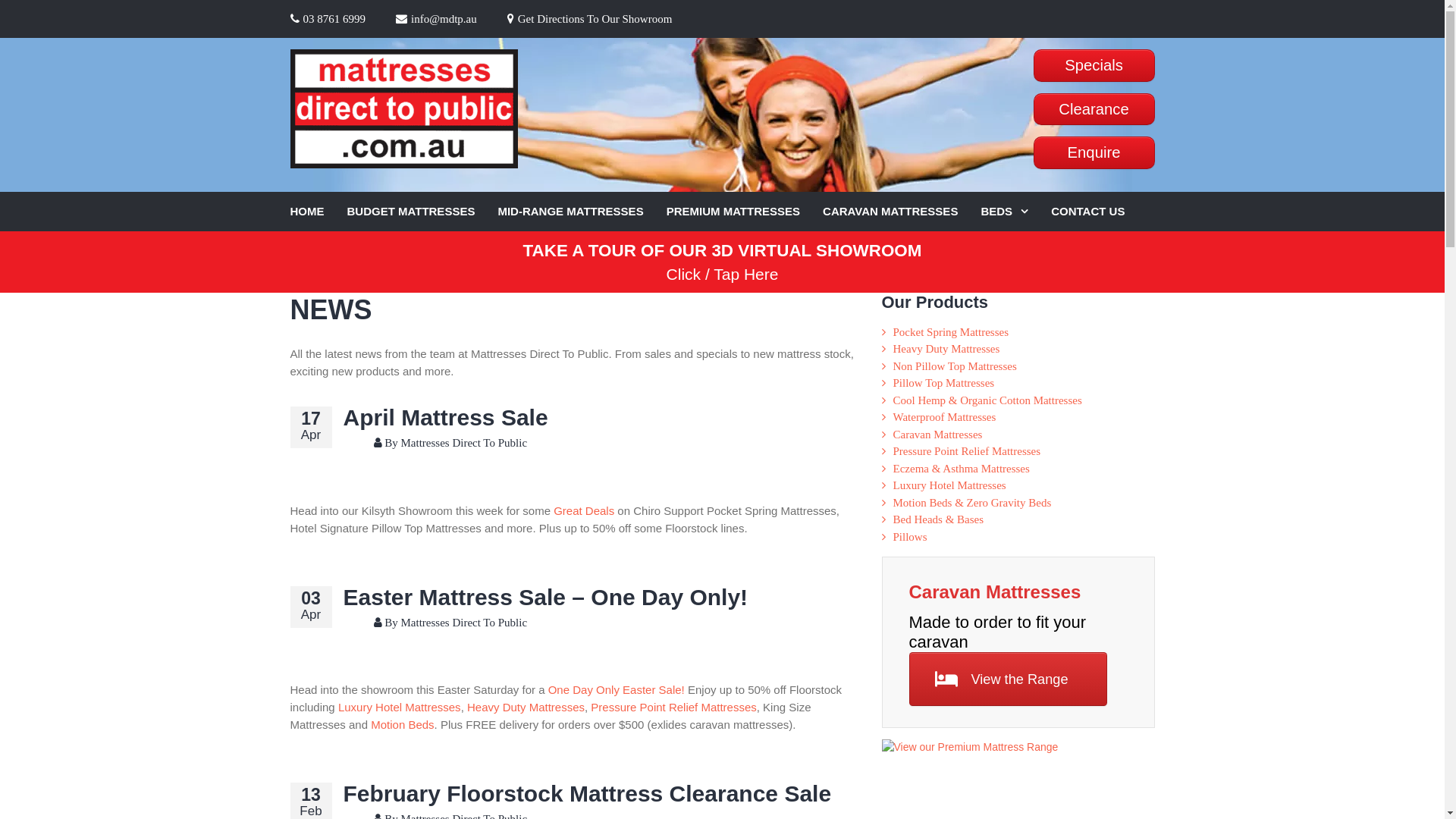 Image resolution: width=1456 pixels, height=819 pixels. What do you see at coordinates (954, 366) in the screenshot?
I see `'Non Pillow Top Mattresses'` at bounding box center [954, 366].